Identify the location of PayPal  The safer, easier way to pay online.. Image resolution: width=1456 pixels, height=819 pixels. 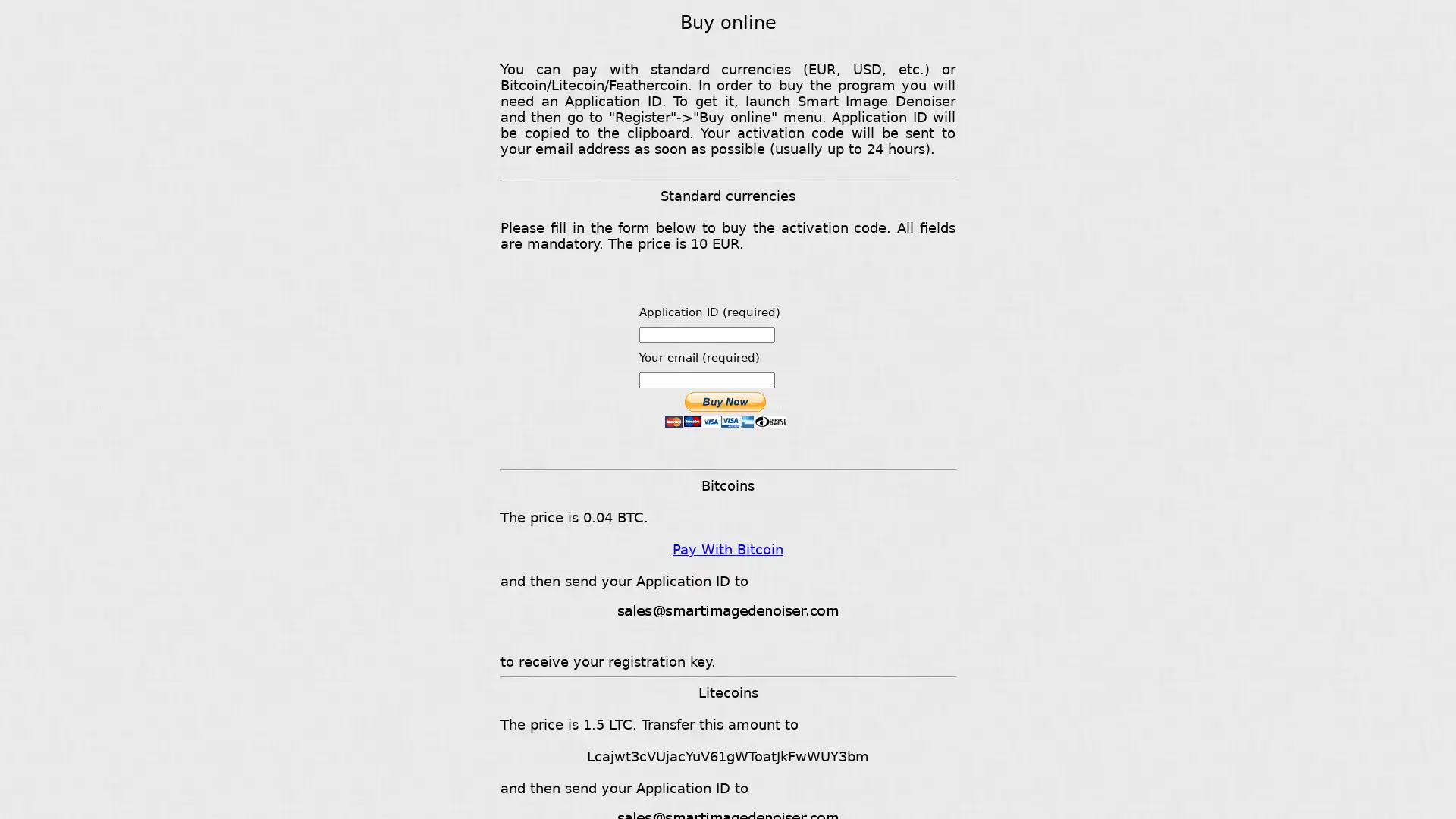
(723, 409).